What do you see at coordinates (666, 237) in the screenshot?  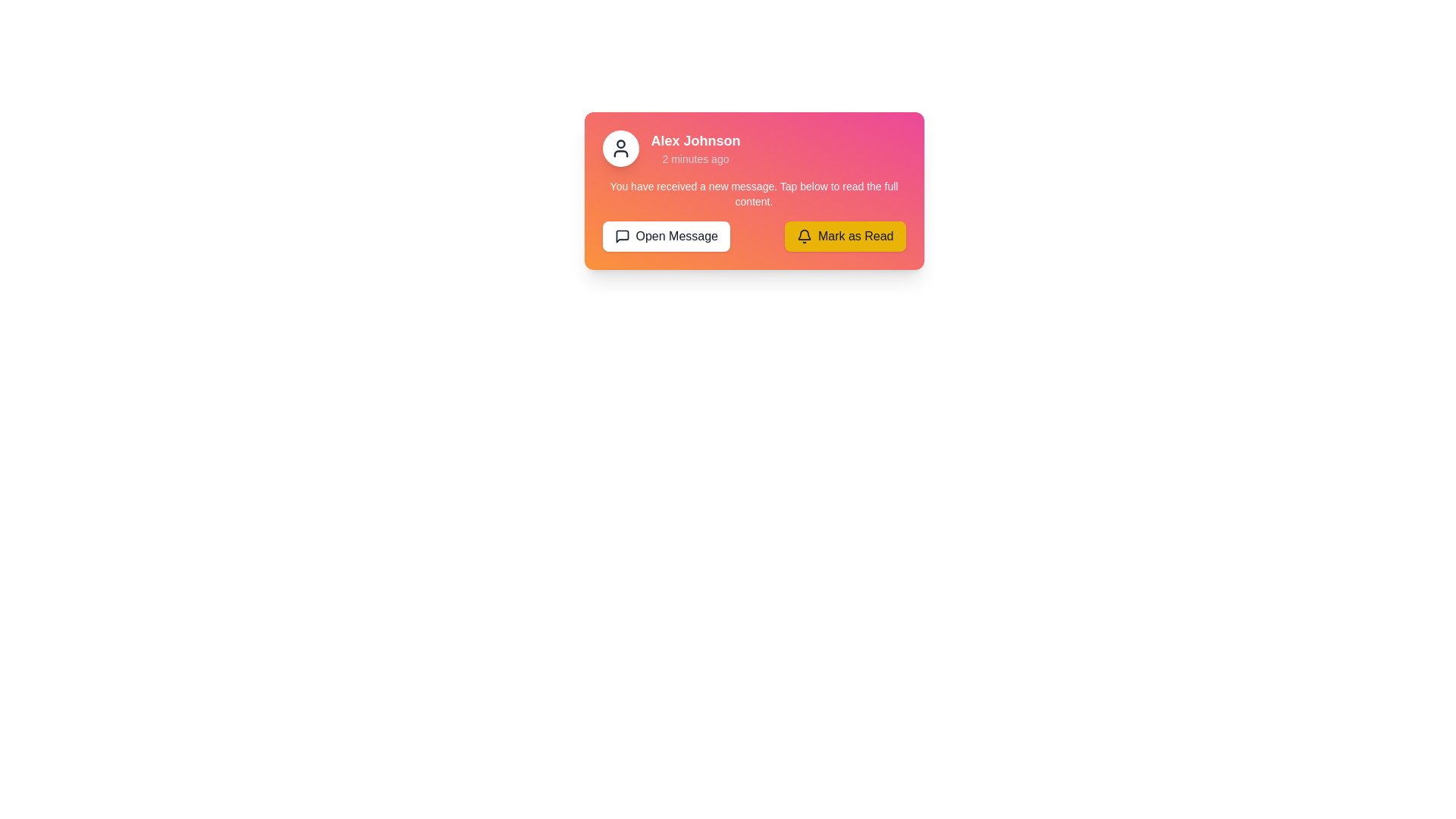 I see `the button located at the bottom left corner of the notification card to change its background color` at bounding box center [666, 237].